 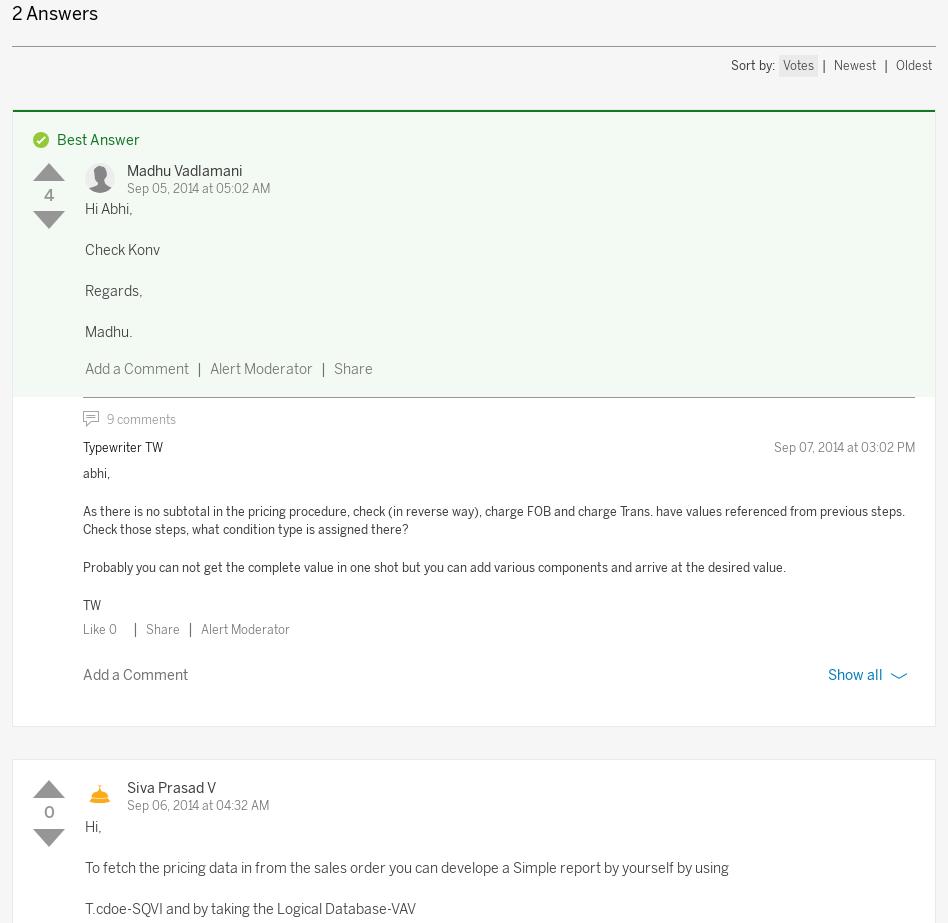 I want to click on '0', so click(x=48, y=811).